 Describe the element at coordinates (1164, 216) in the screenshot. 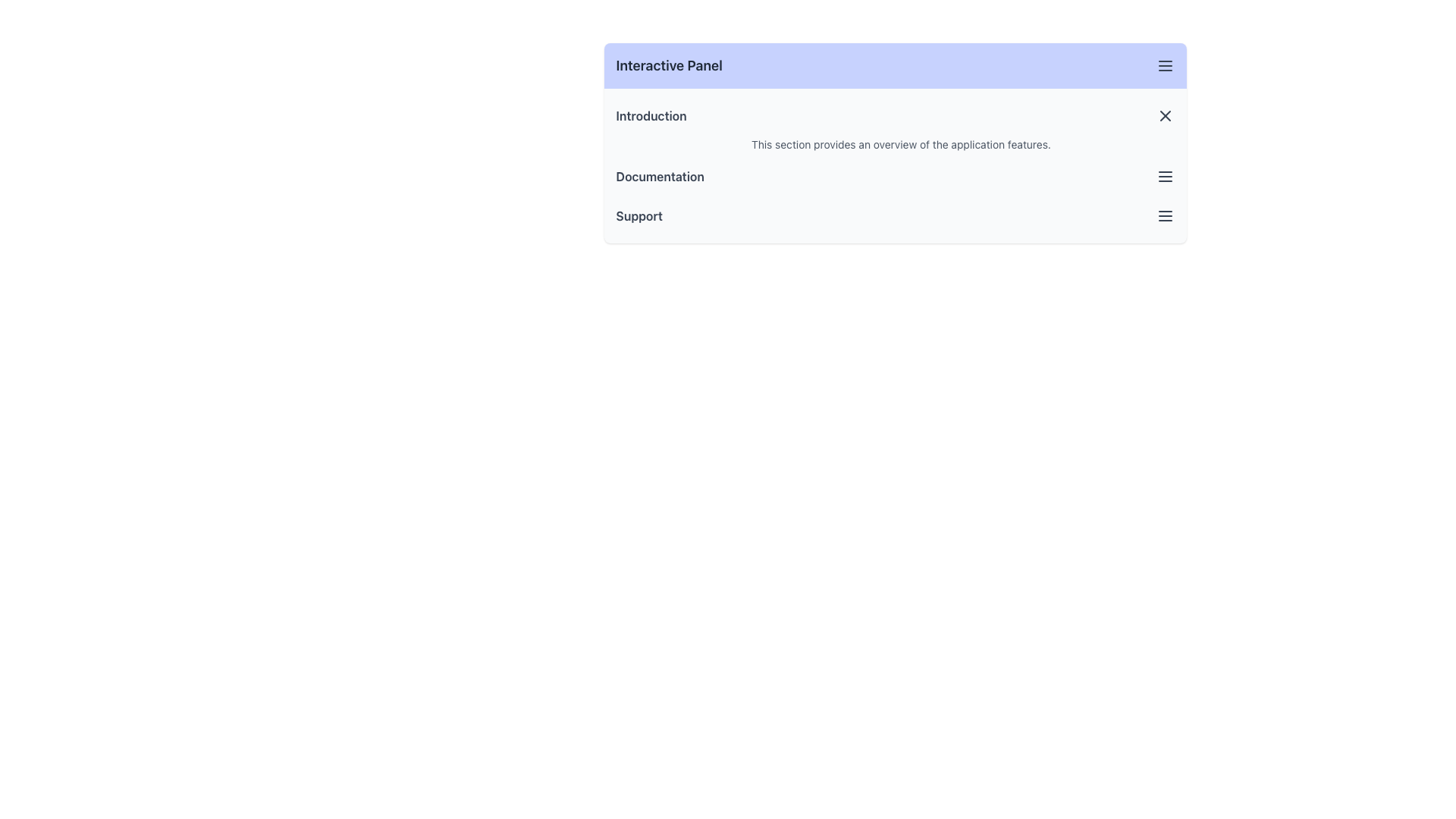

I see `the menu icon, which is a vertically aligned triple-bar icon located to the right of the 'Support' section` at that location.